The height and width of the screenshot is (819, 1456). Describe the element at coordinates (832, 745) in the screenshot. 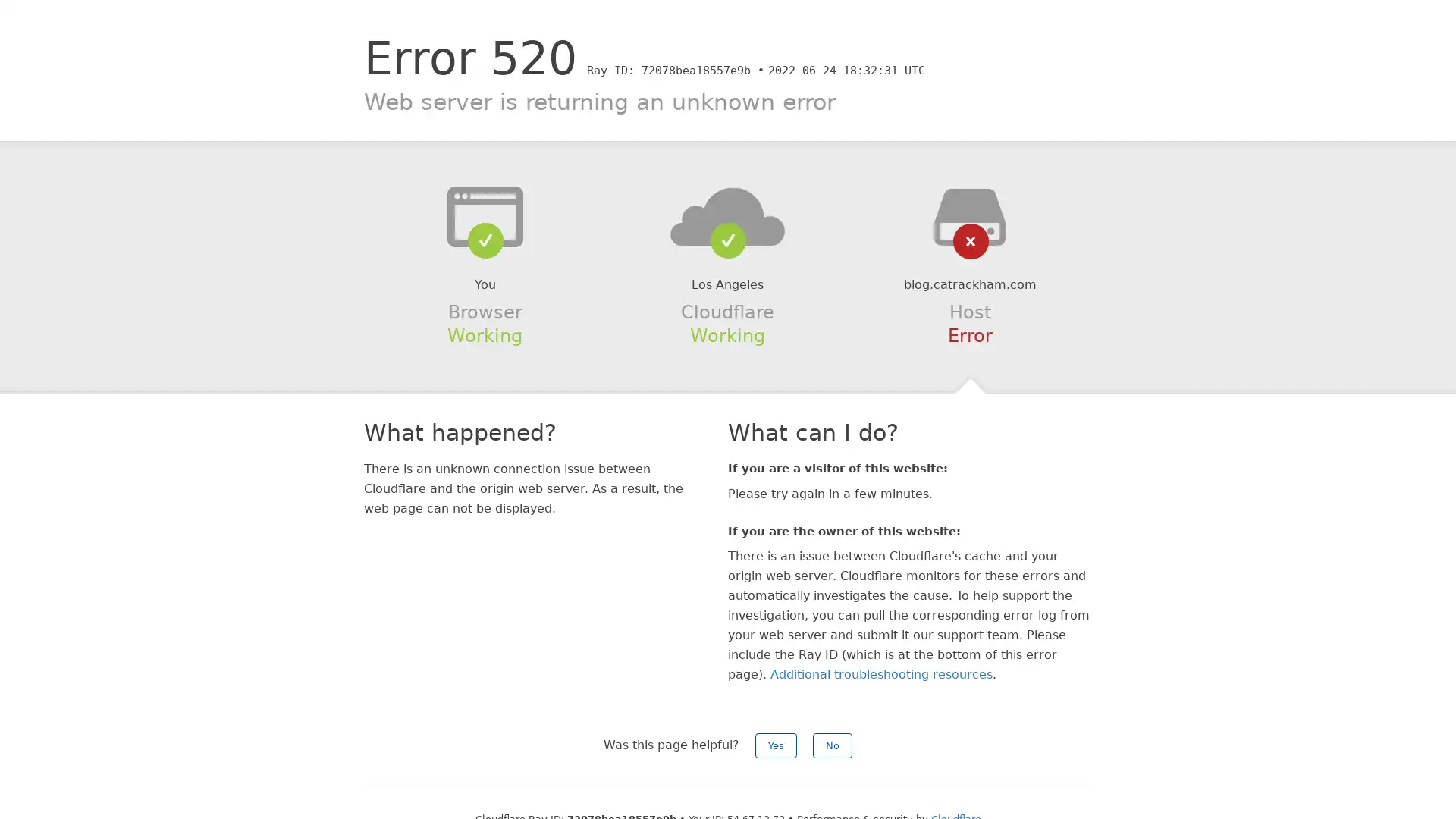

I see `No` at that location.